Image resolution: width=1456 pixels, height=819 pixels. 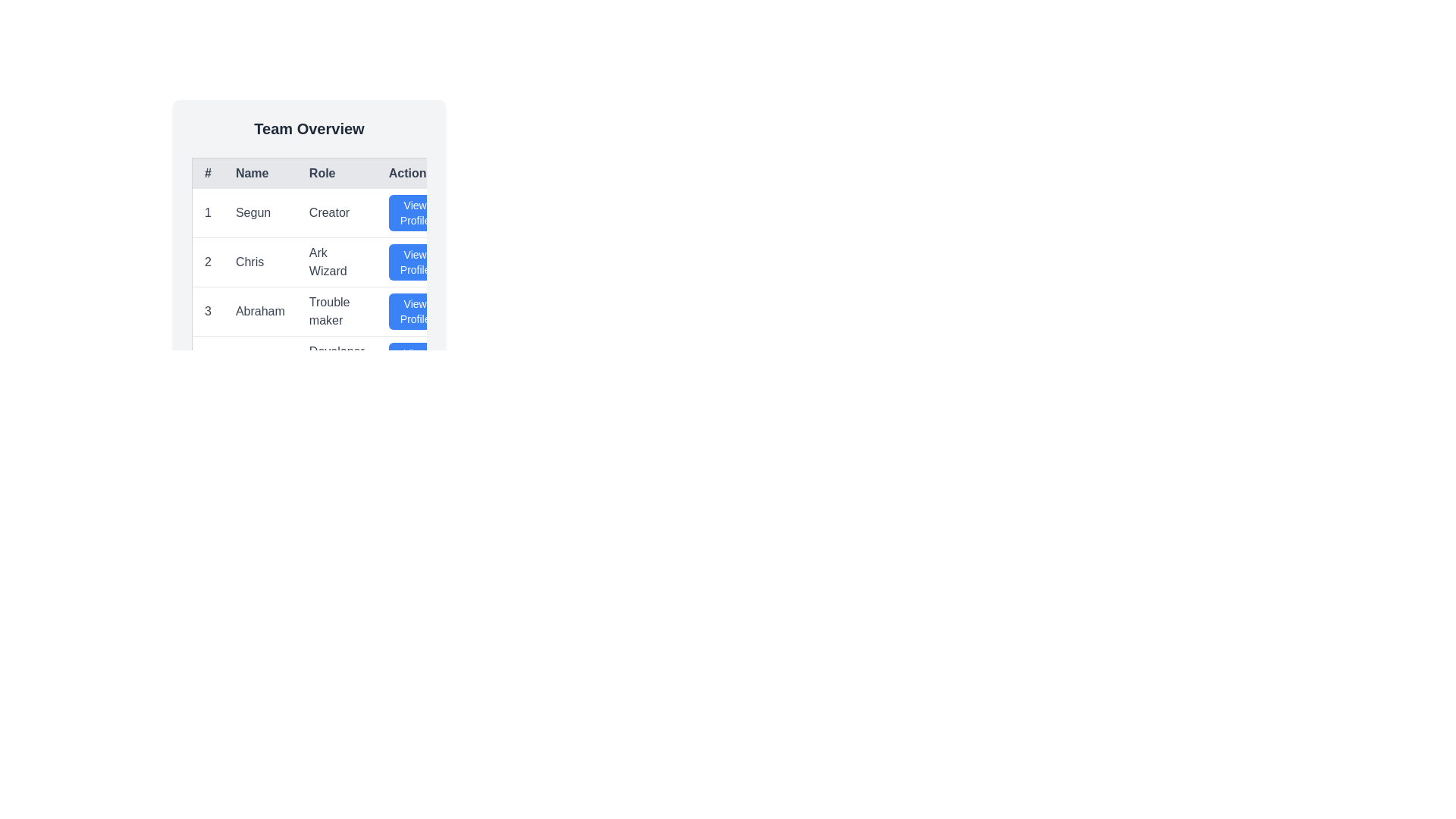 What do you see at coordinates (207, 262) in the screenshot?
I see `the numeral '2' element in the second row of the table that represents a team member's details` at bounding box center [207, 262].